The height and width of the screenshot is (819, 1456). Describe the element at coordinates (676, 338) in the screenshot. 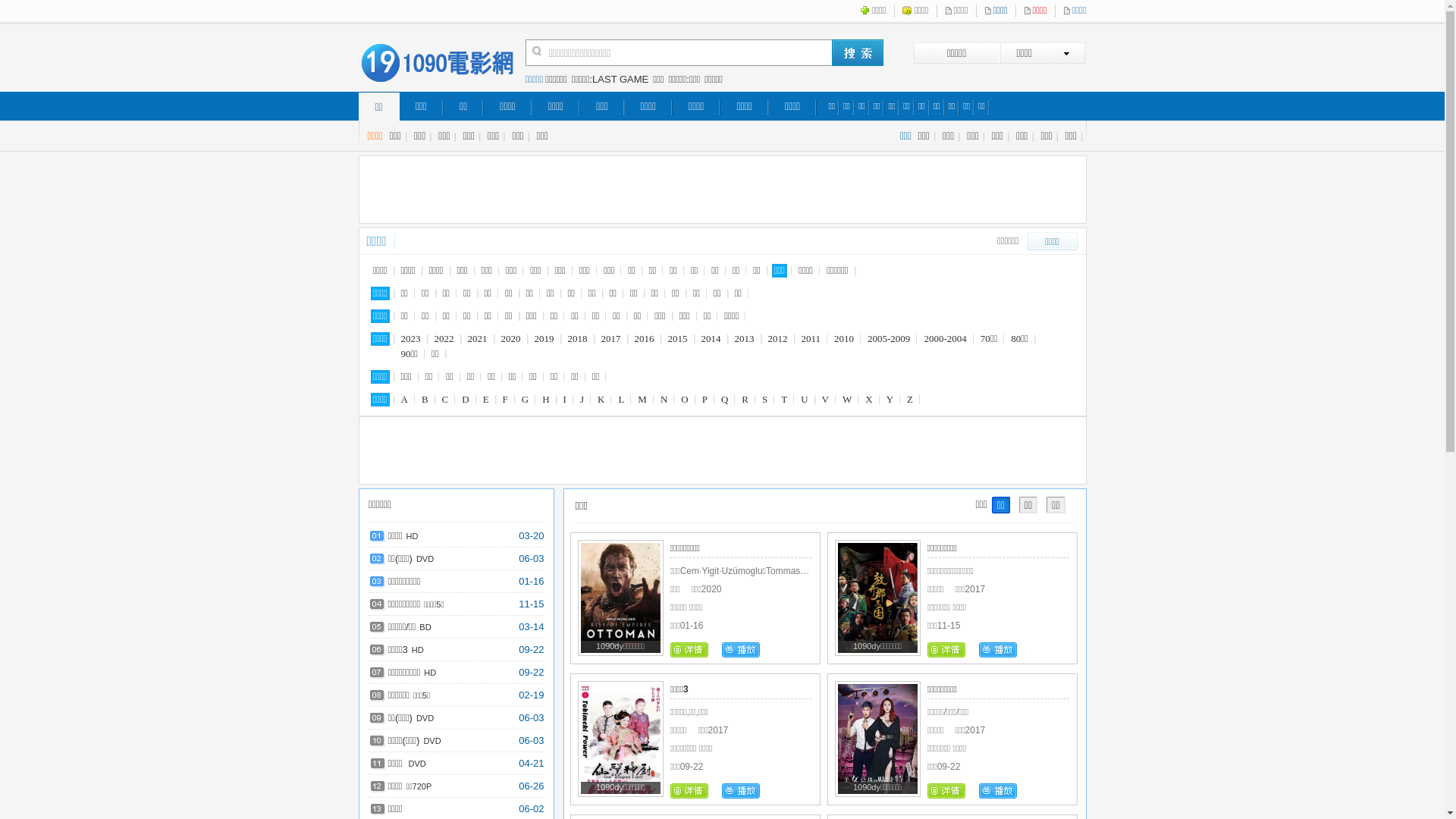

I see `'2015'` at that location.